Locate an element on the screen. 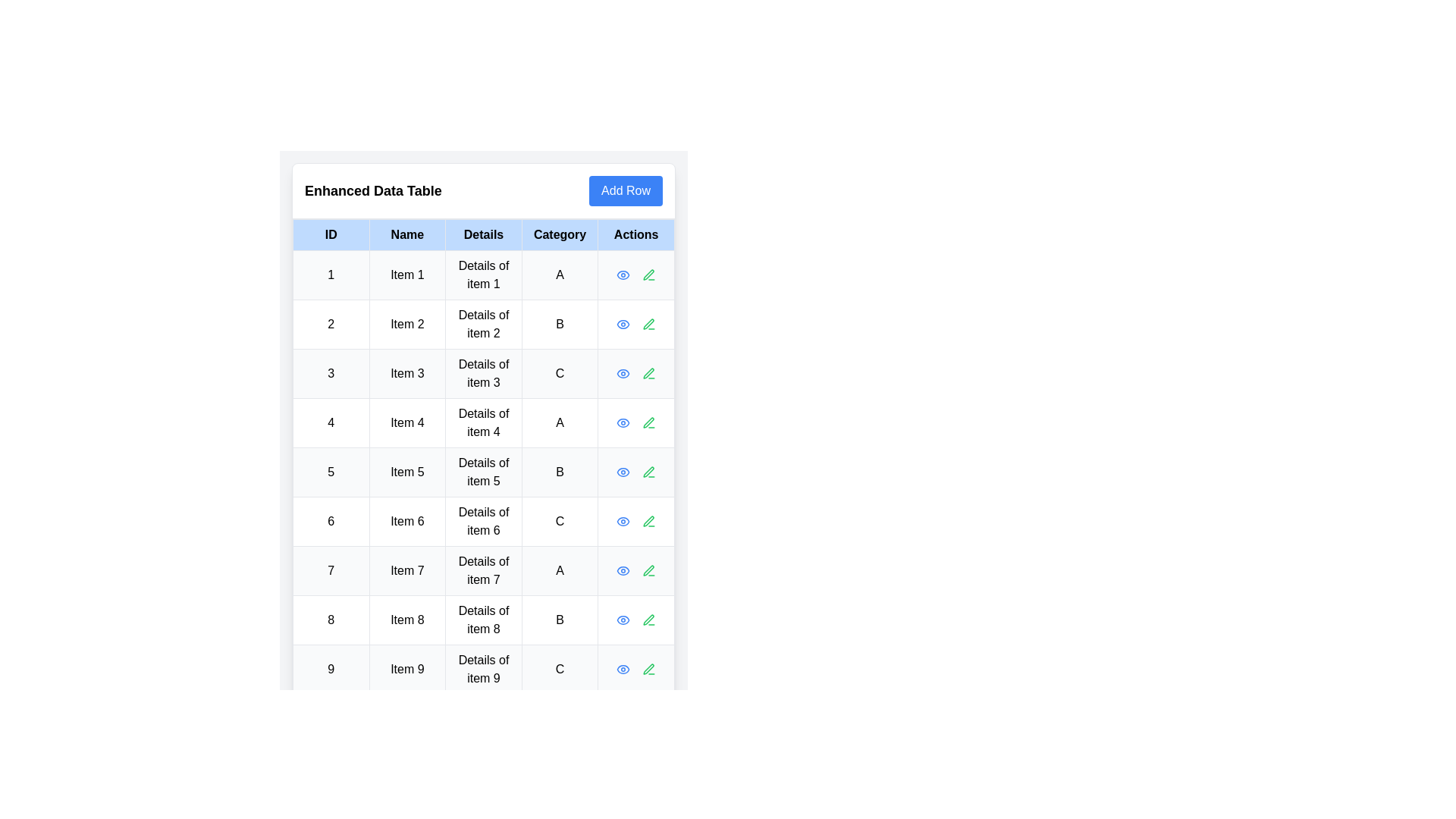 This screenshot has width=1456, height=819. the button in the ninth row under the 'Actions' column to invoke the details view for 'Item 9' is located at coordinates (623, 669).